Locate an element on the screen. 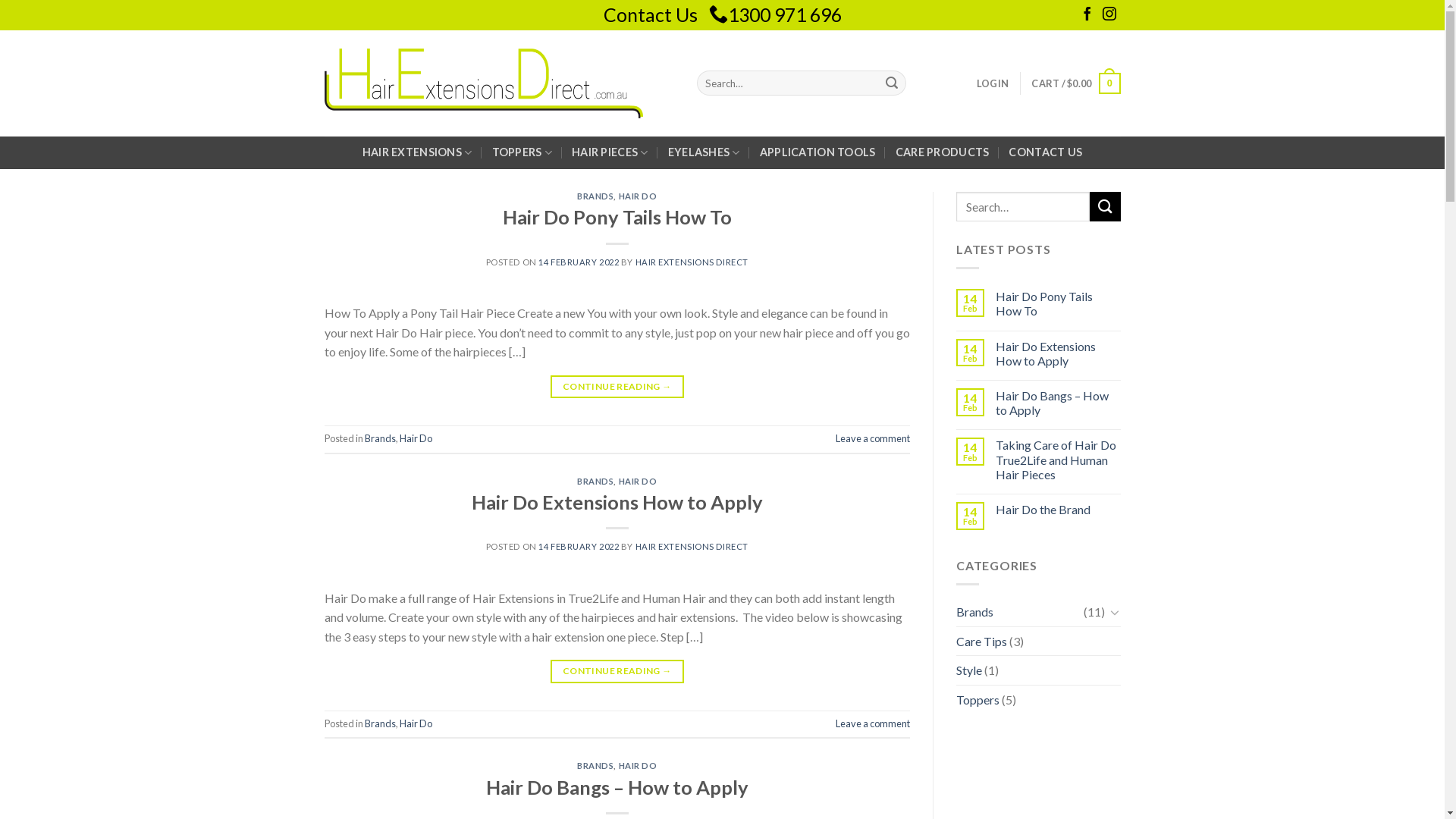 The image size is (1456, 819). '14 FEBRUARY 2022' is located at coordinates (578, 546).